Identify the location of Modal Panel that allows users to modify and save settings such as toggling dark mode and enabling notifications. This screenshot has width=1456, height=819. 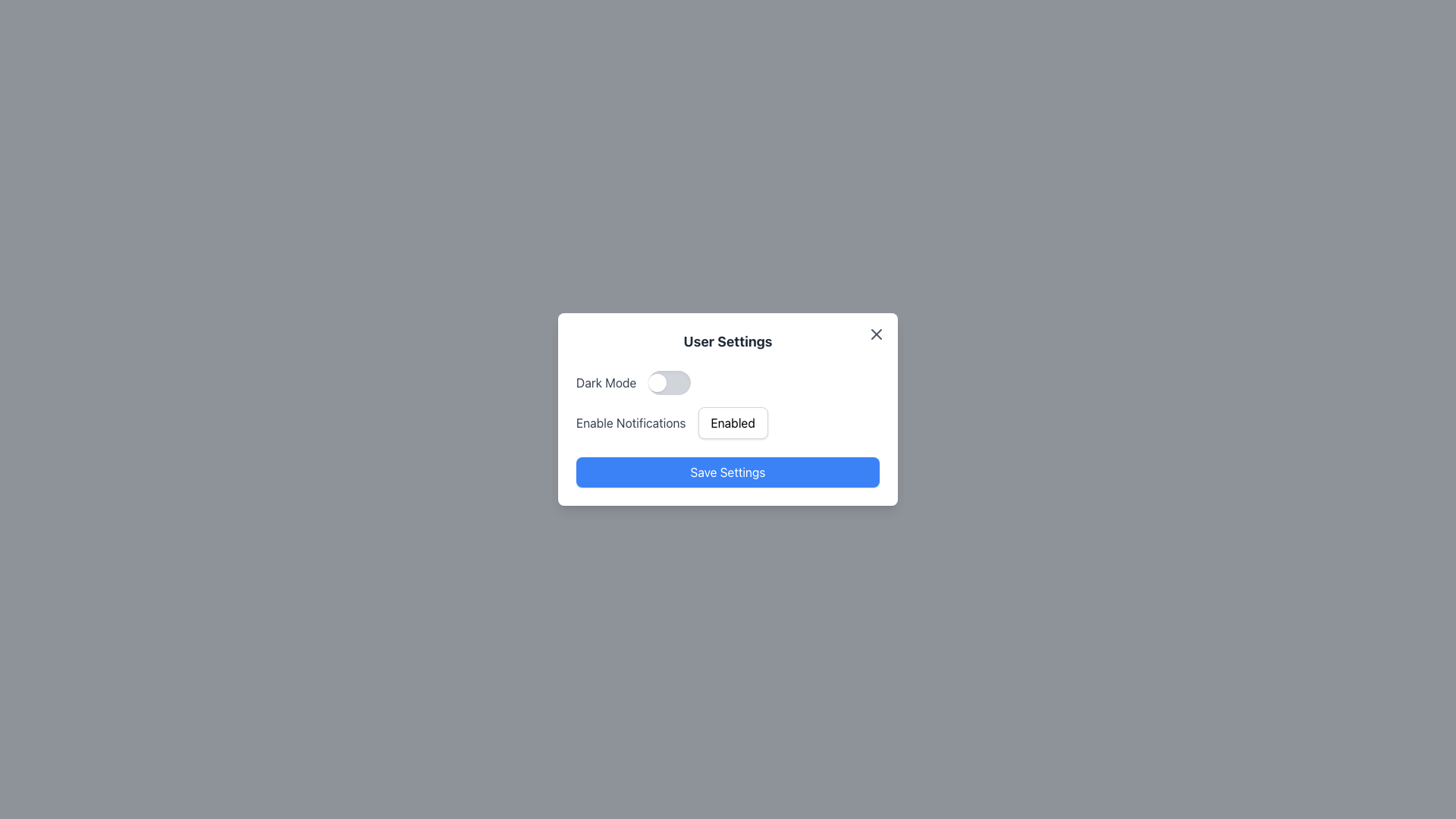
(728, 409).